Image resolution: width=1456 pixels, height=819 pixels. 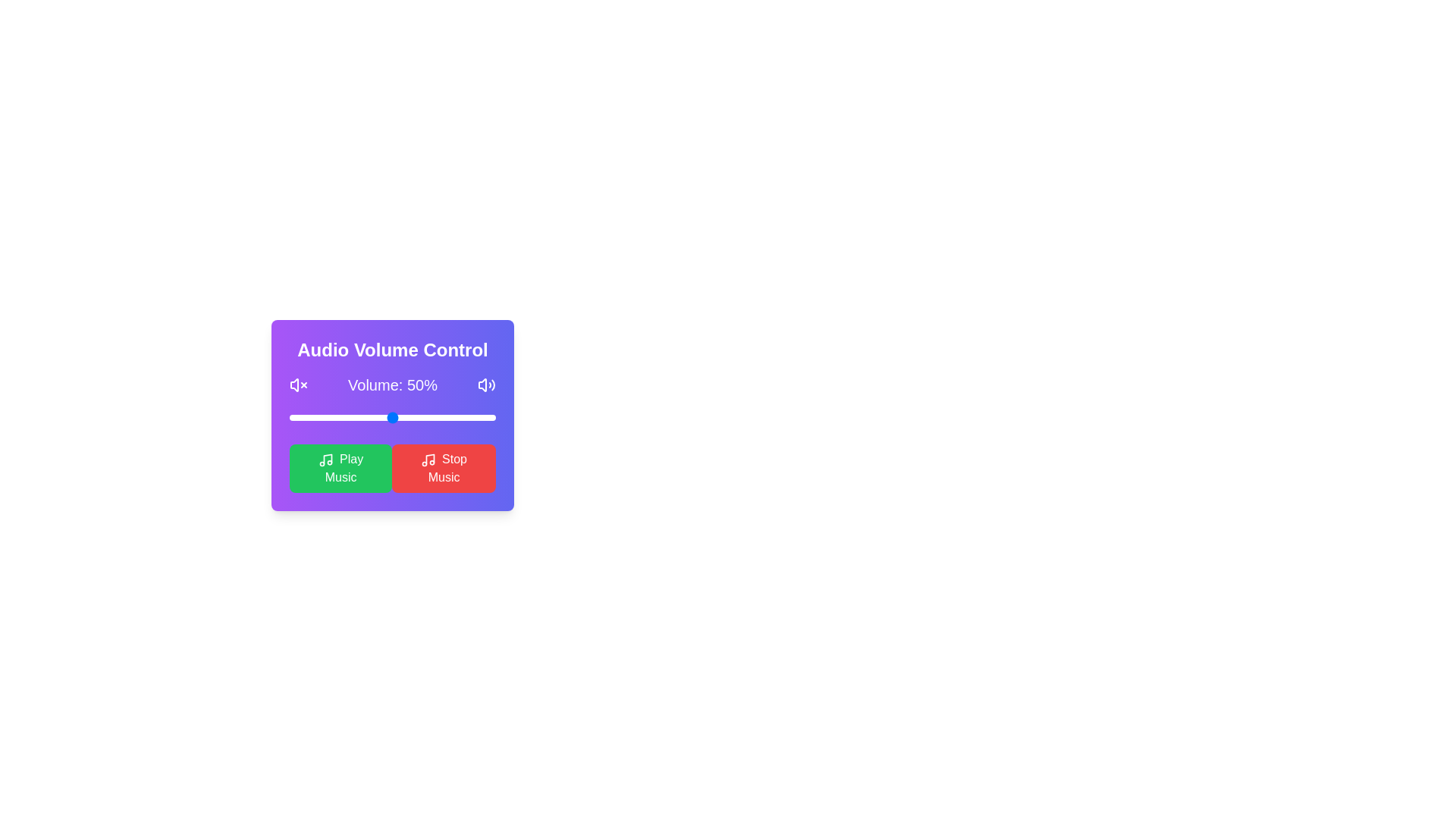 I want to click on the volume slider located in the 'Audio Volume Control' section, positioned below the text 'Volume: 50%' and above the 'Play Music' and 'Stop Music' buttons, so click(x=393, y=418).